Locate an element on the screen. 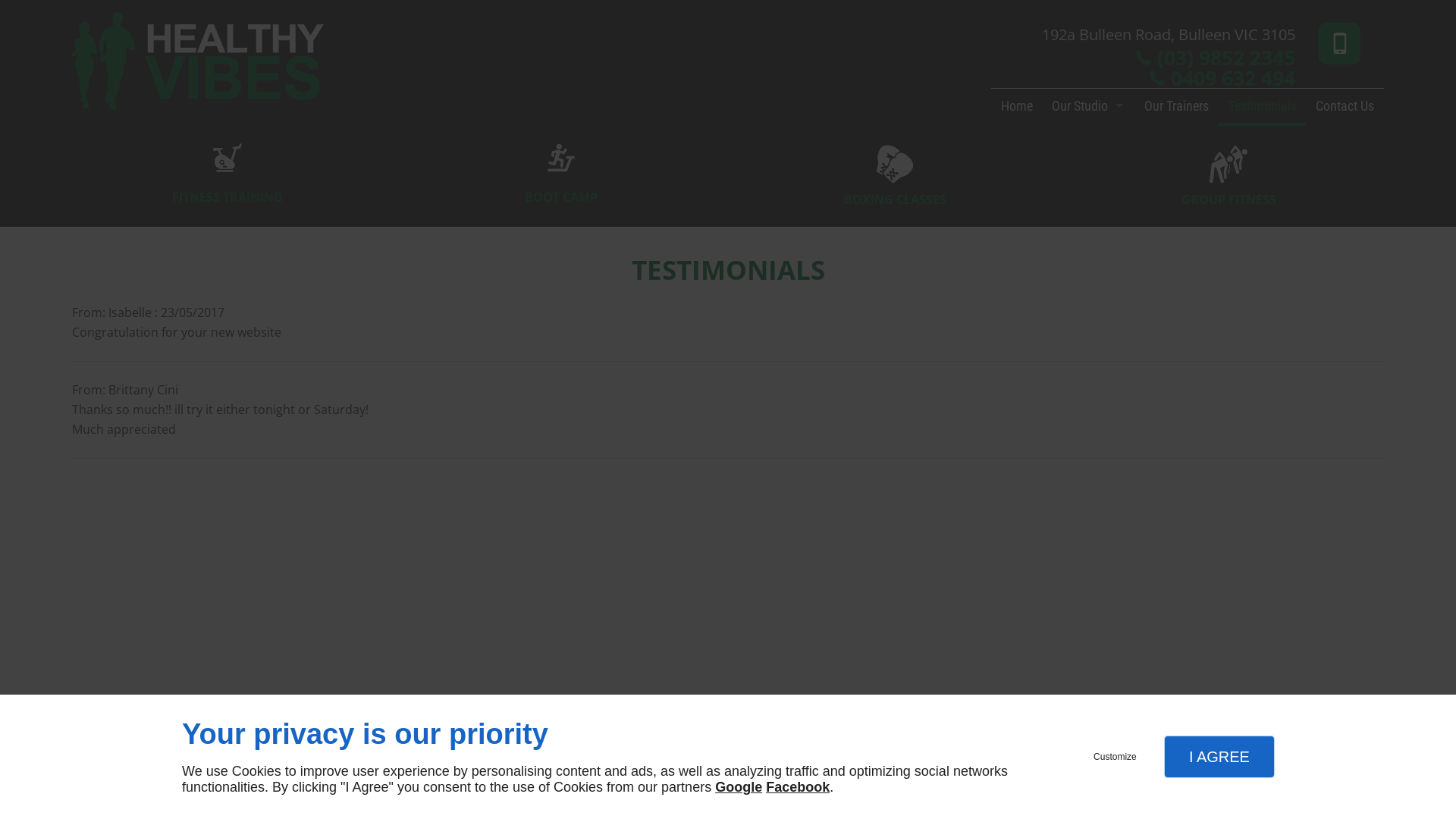  'Instagram' is located at coordinates (728, 741).